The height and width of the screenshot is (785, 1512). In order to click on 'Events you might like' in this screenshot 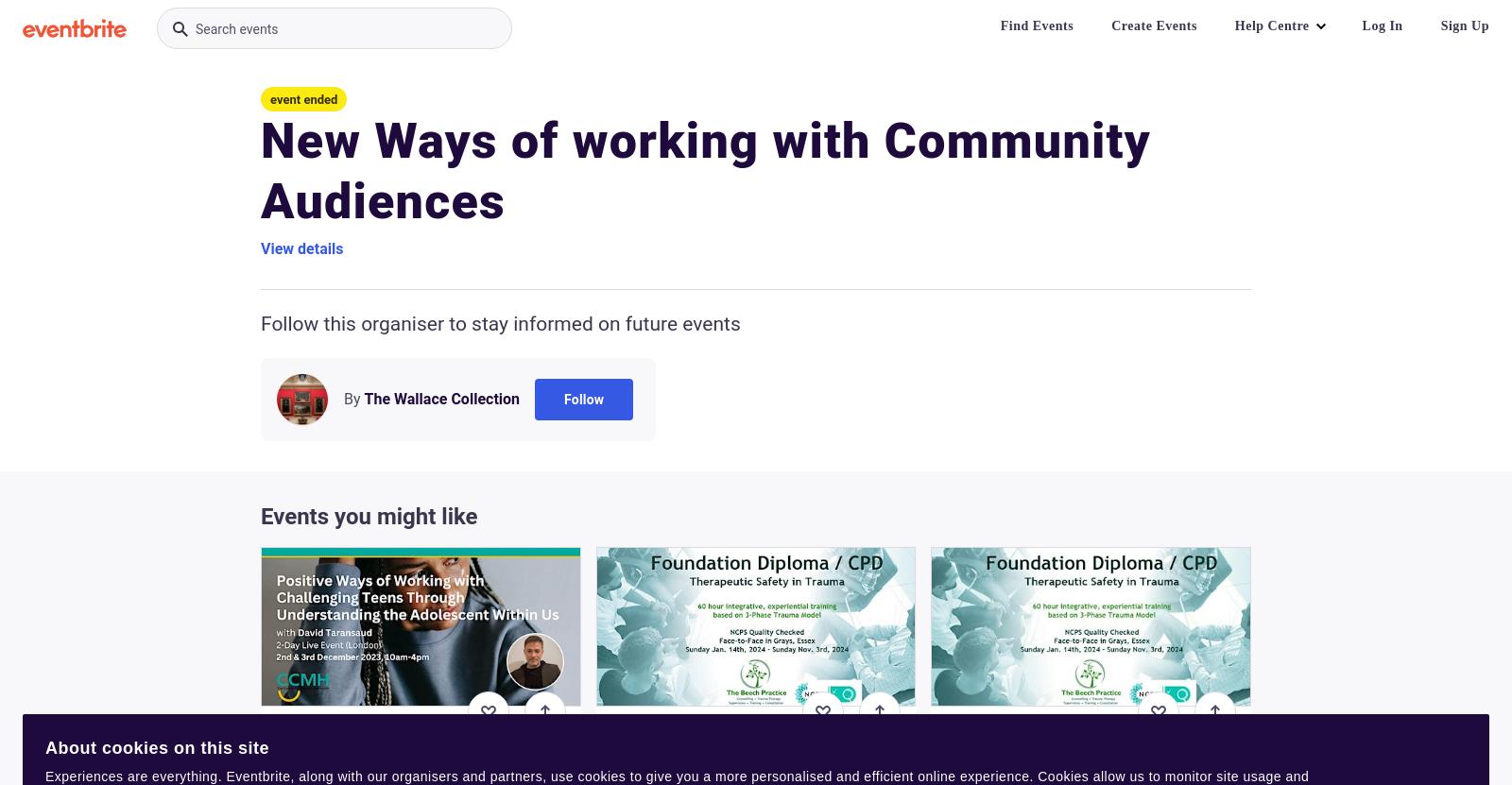, I will do `click(261, 515)`.